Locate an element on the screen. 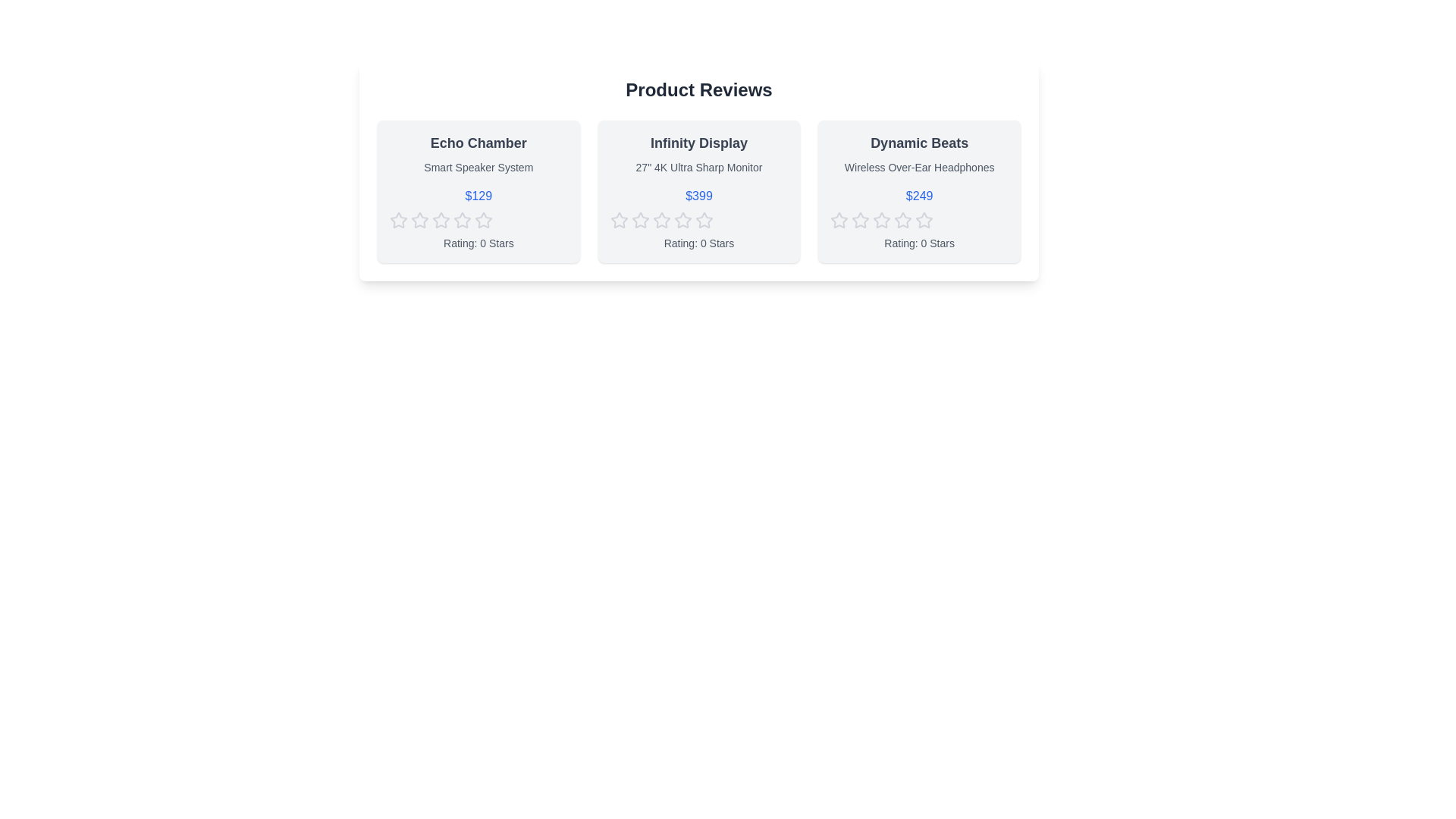  the second star icon in the rating system for the product 'Echo Chamber' to rate it is located at coordinates (461, 220).